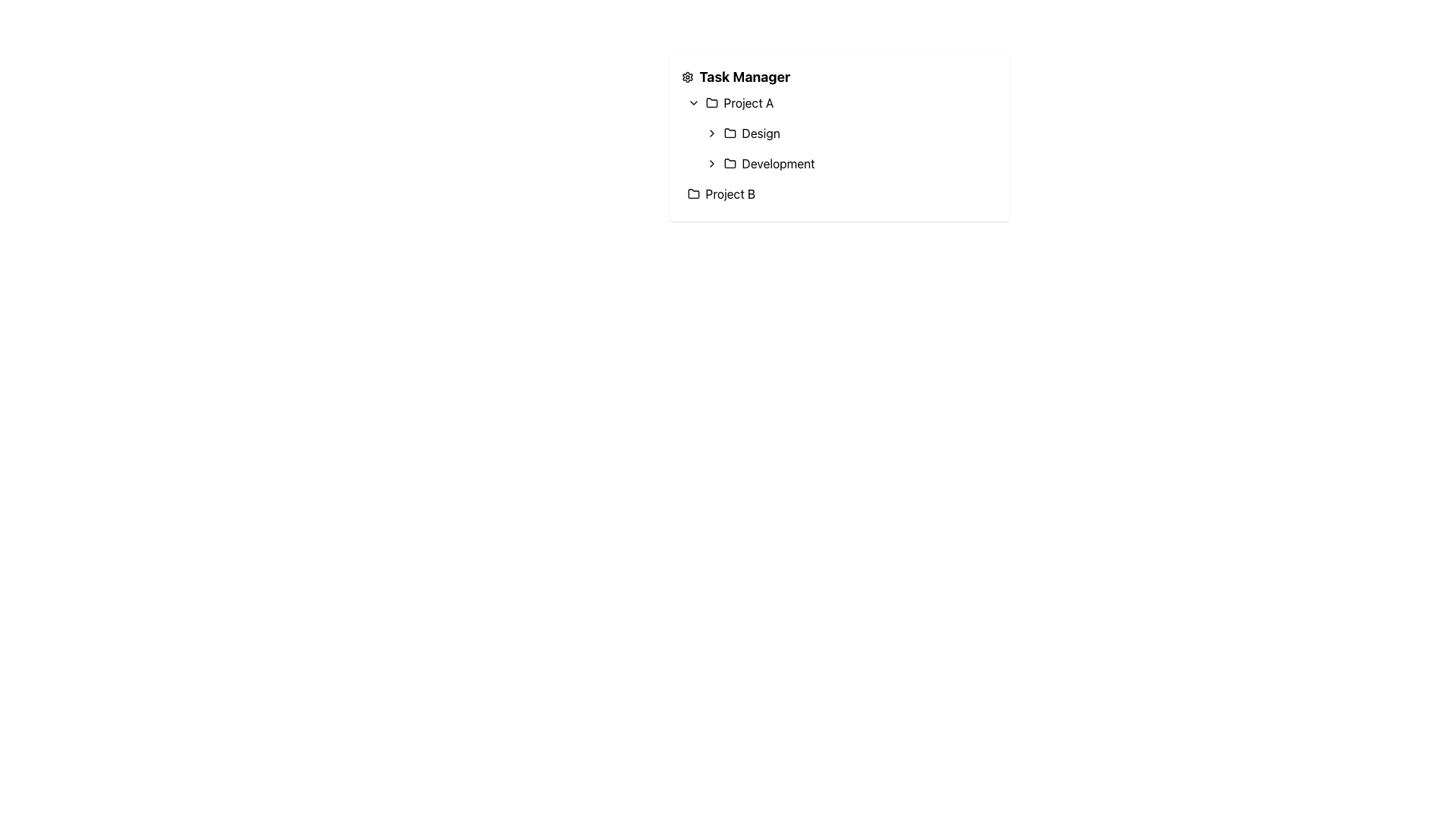 This screenshot has width=1456, height=819. What do you see at coordinates (711, 164) in the screenshot?
I see `the chevron icon located to the left of the 'Development' text` at bounding box center [711, 164].